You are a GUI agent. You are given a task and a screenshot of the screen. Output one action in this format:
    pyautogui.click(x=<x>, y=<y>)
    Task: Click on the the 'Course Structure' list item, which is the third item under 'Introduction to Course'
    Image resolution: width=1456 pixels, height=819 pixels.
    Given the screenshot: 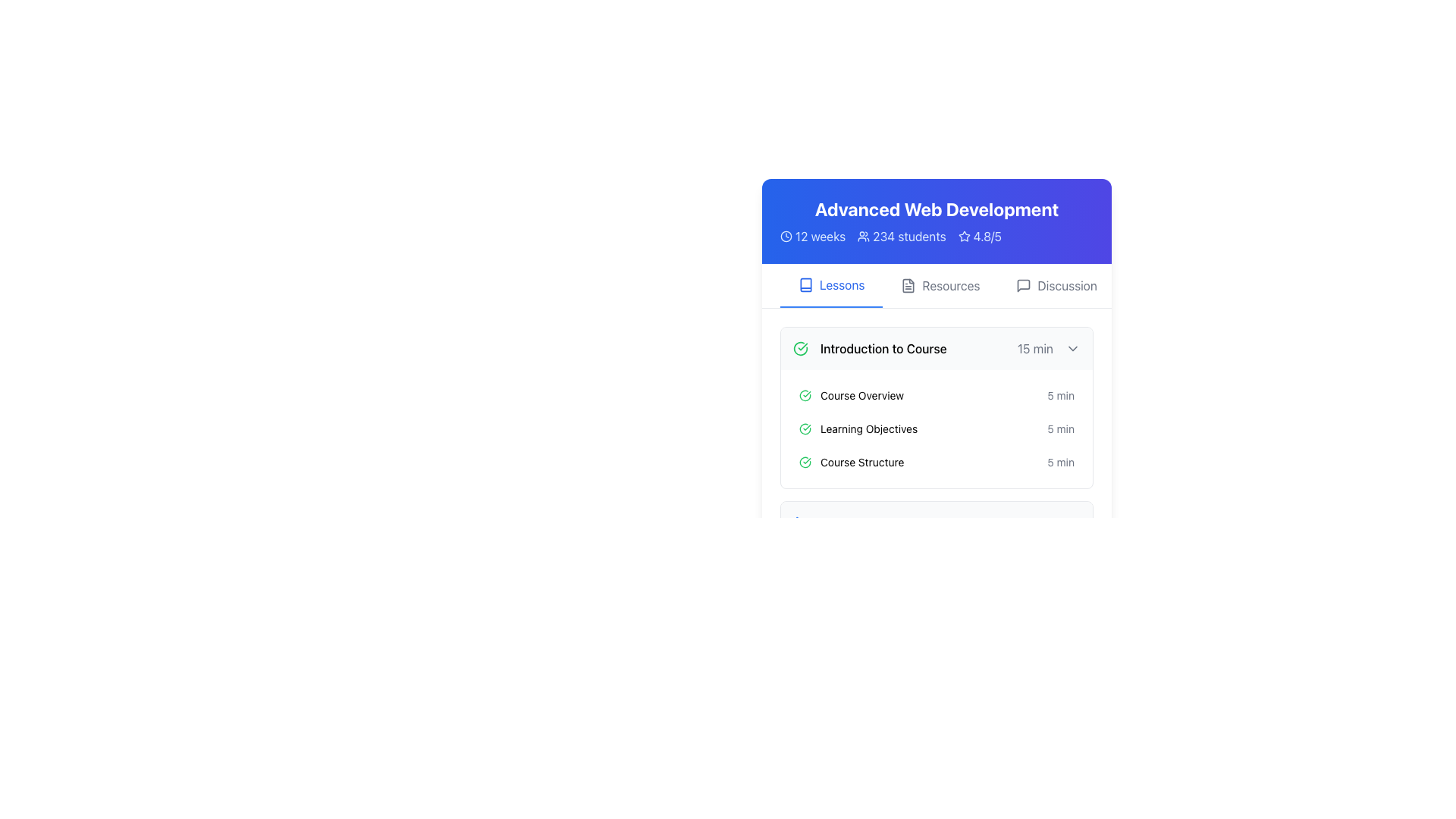 What is the action you would take?
    pyautogui.click(x=936, y=461)
    